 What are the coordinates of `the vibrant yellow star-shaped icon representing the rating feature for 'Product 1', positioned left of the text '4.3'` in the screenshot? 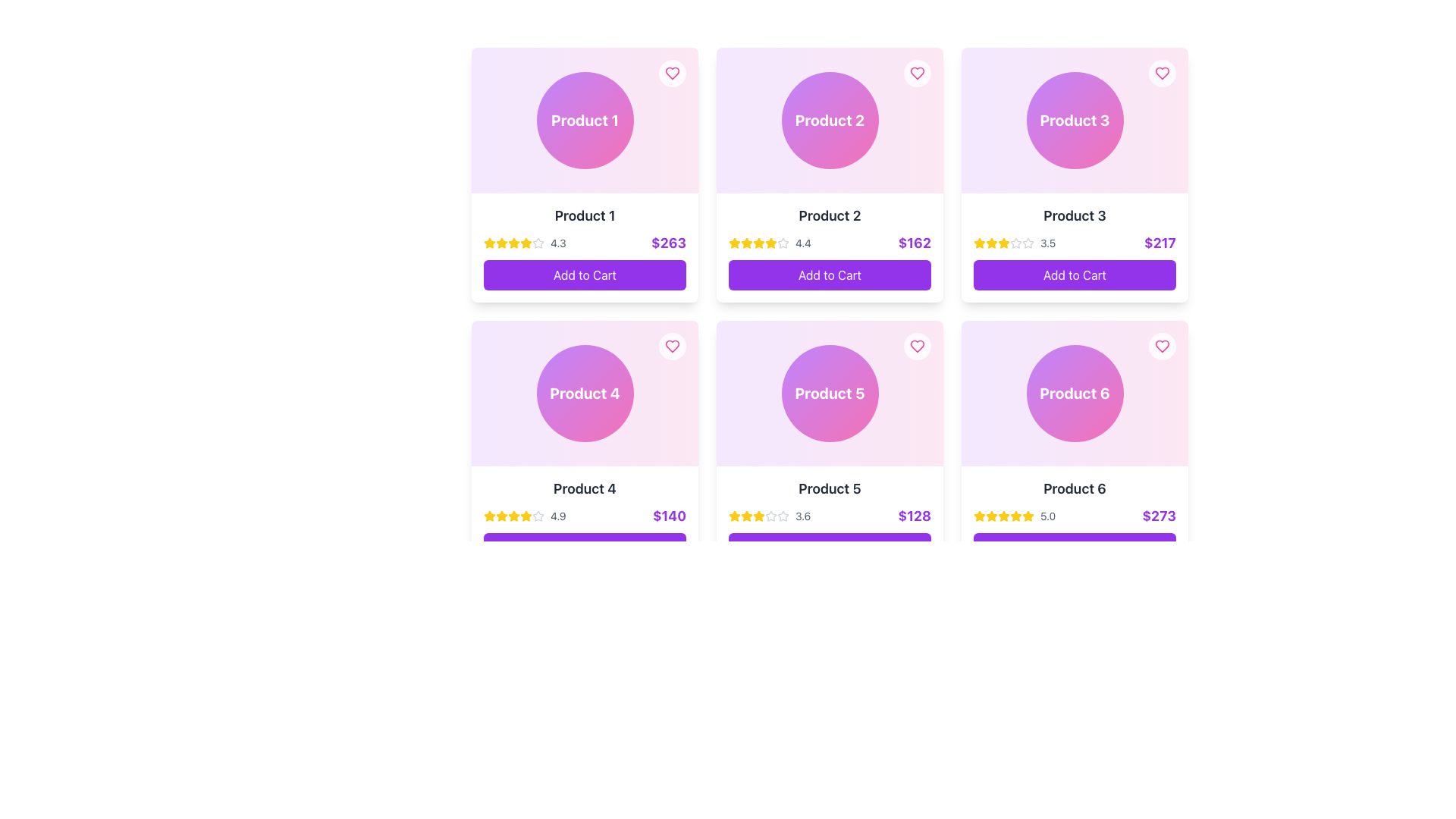 It's located at (490, 242).